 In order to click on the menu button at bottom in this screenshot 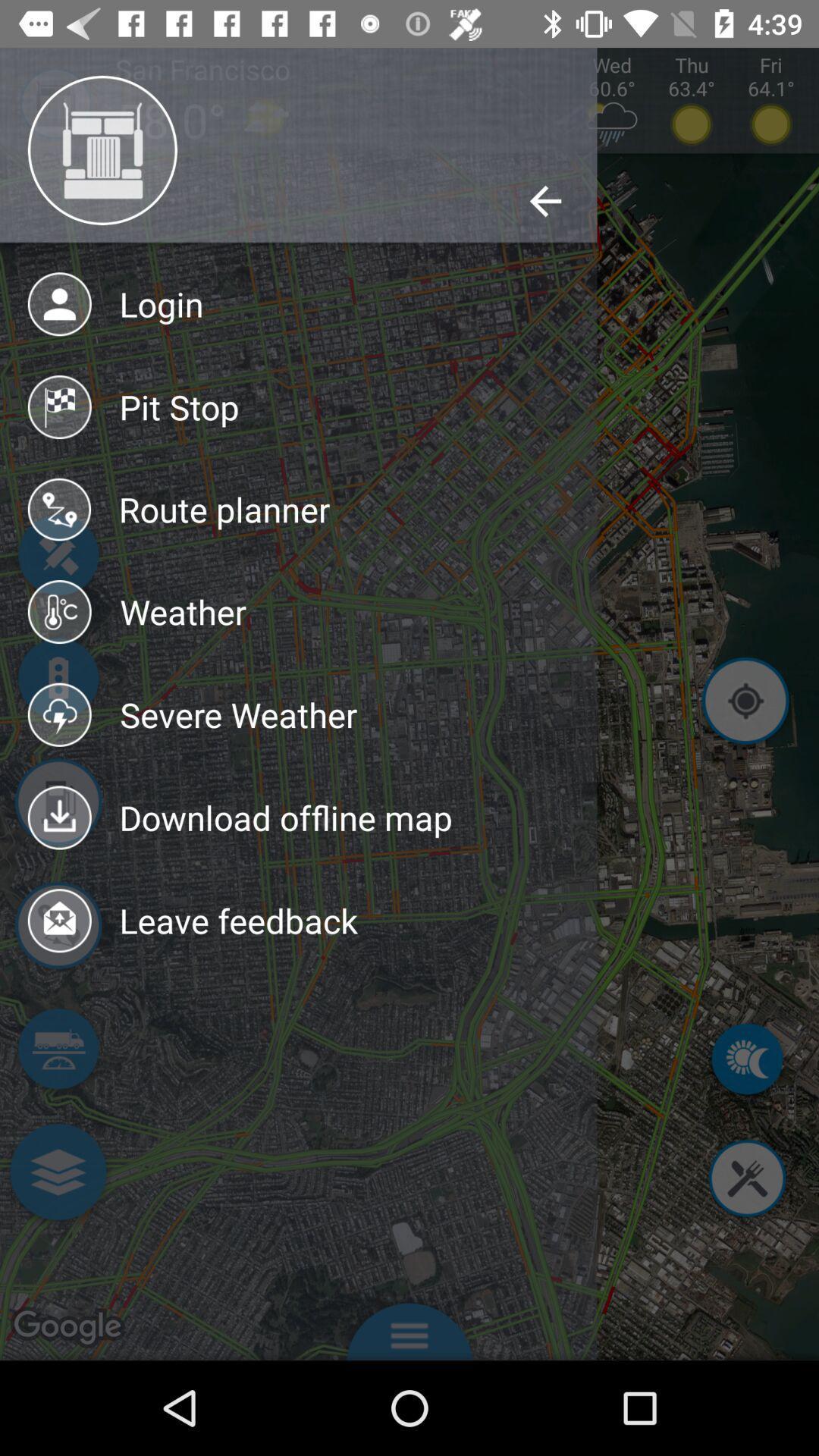, I will do `click(409, 1326)`.